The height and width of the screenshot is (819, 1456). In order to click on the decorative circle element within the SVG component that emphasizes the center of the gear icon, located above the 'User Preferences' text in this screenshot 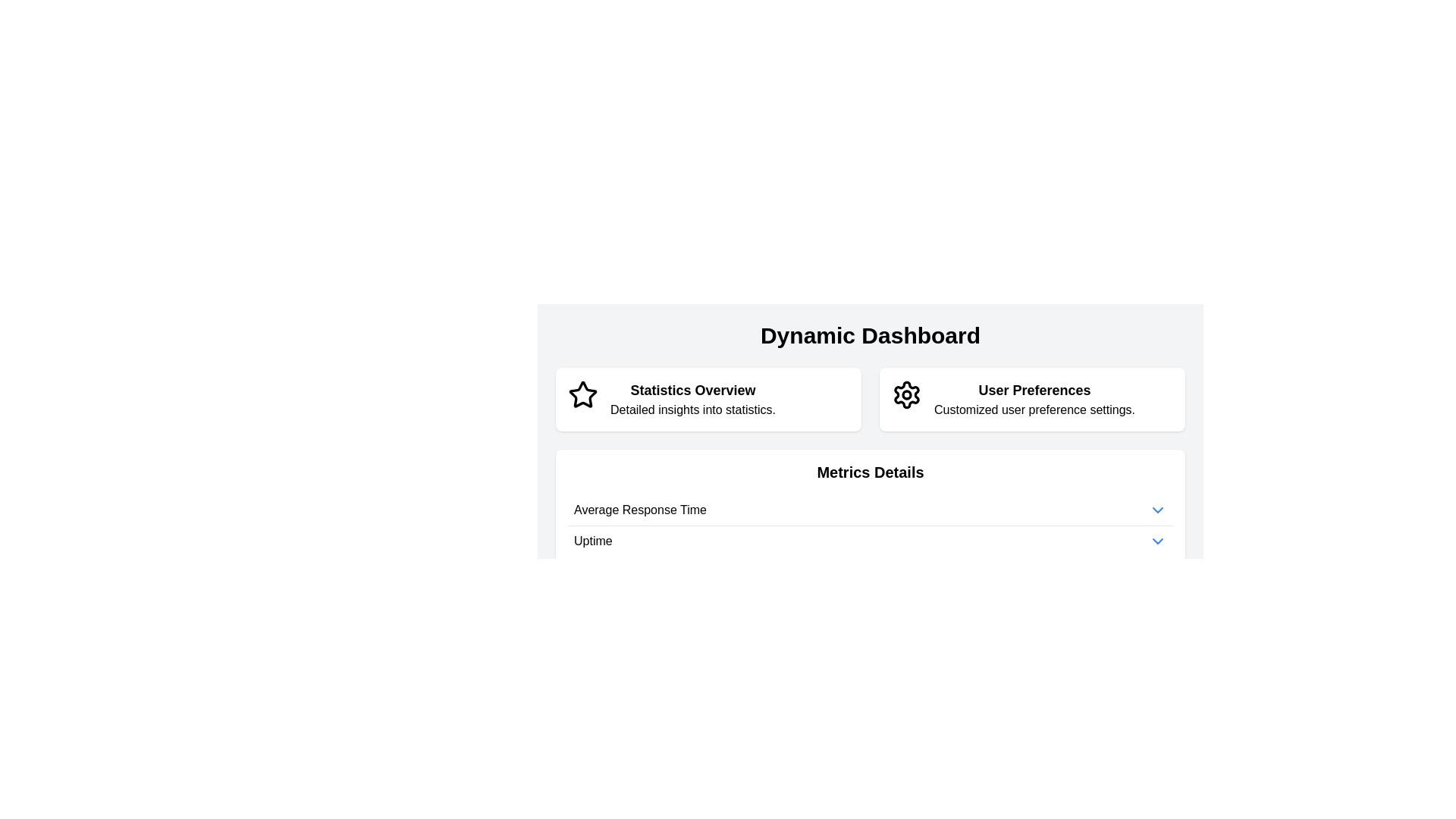, I will do `click(906, 394)`.